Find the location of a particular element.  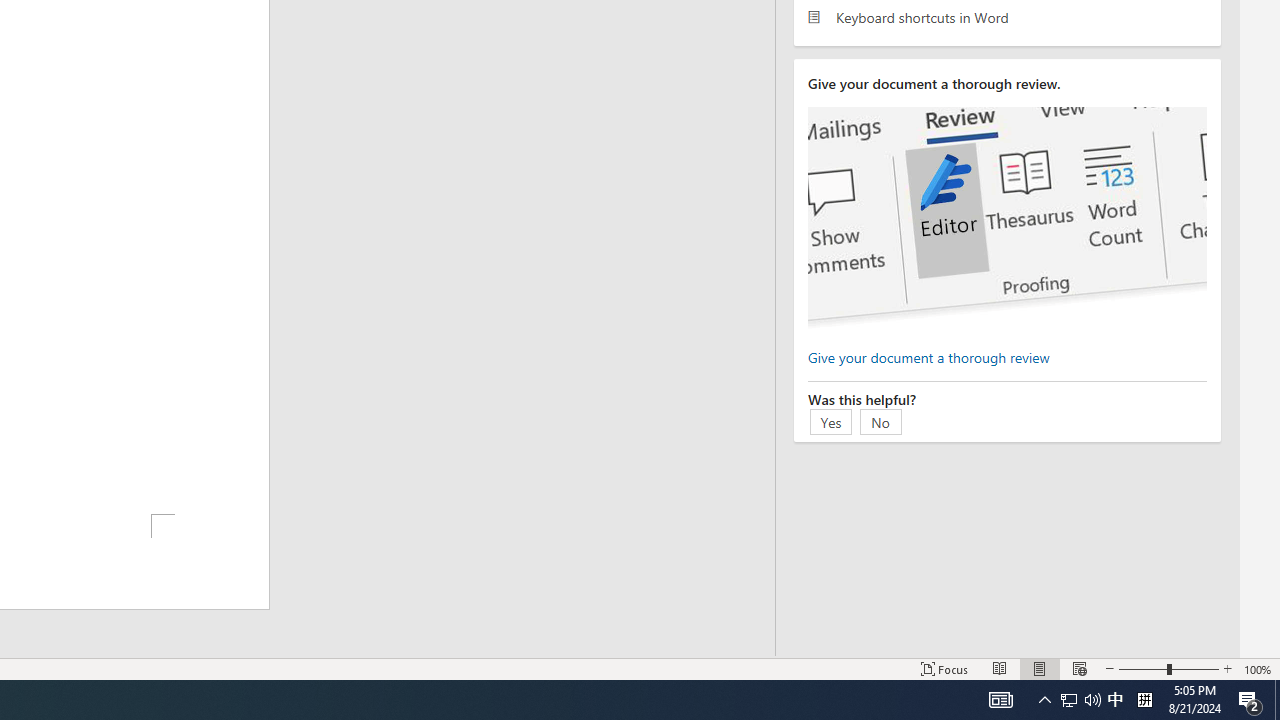

'Print Layout' is located at coordinates (1040, 669).